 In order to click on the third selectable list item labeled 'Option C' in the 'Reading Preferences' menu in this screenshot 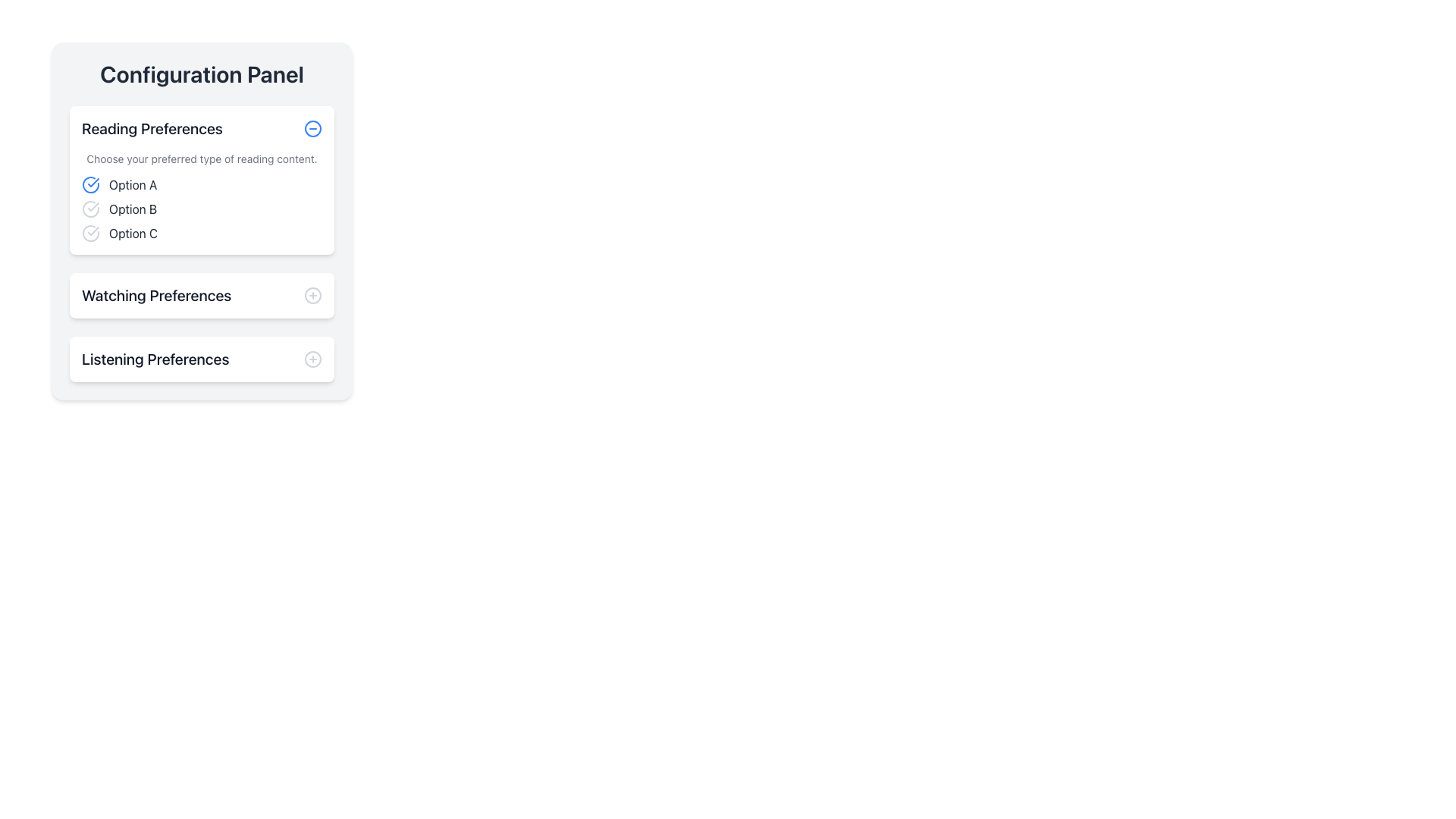, I will do `click(201, 234)`.